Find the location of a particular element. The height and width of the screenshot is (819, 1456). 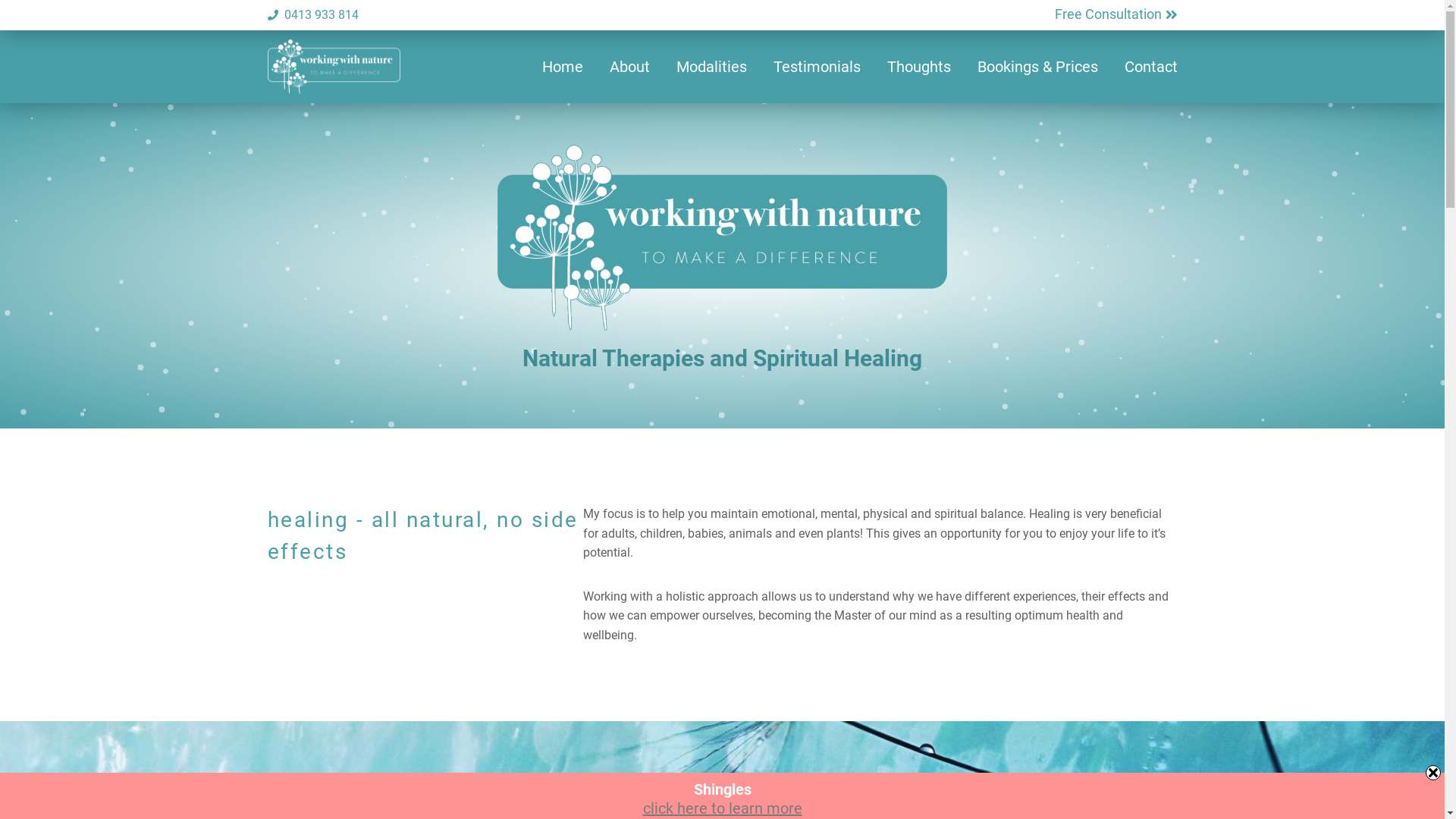

'Bookings & Prices' is located at coordinates (1036, 66).